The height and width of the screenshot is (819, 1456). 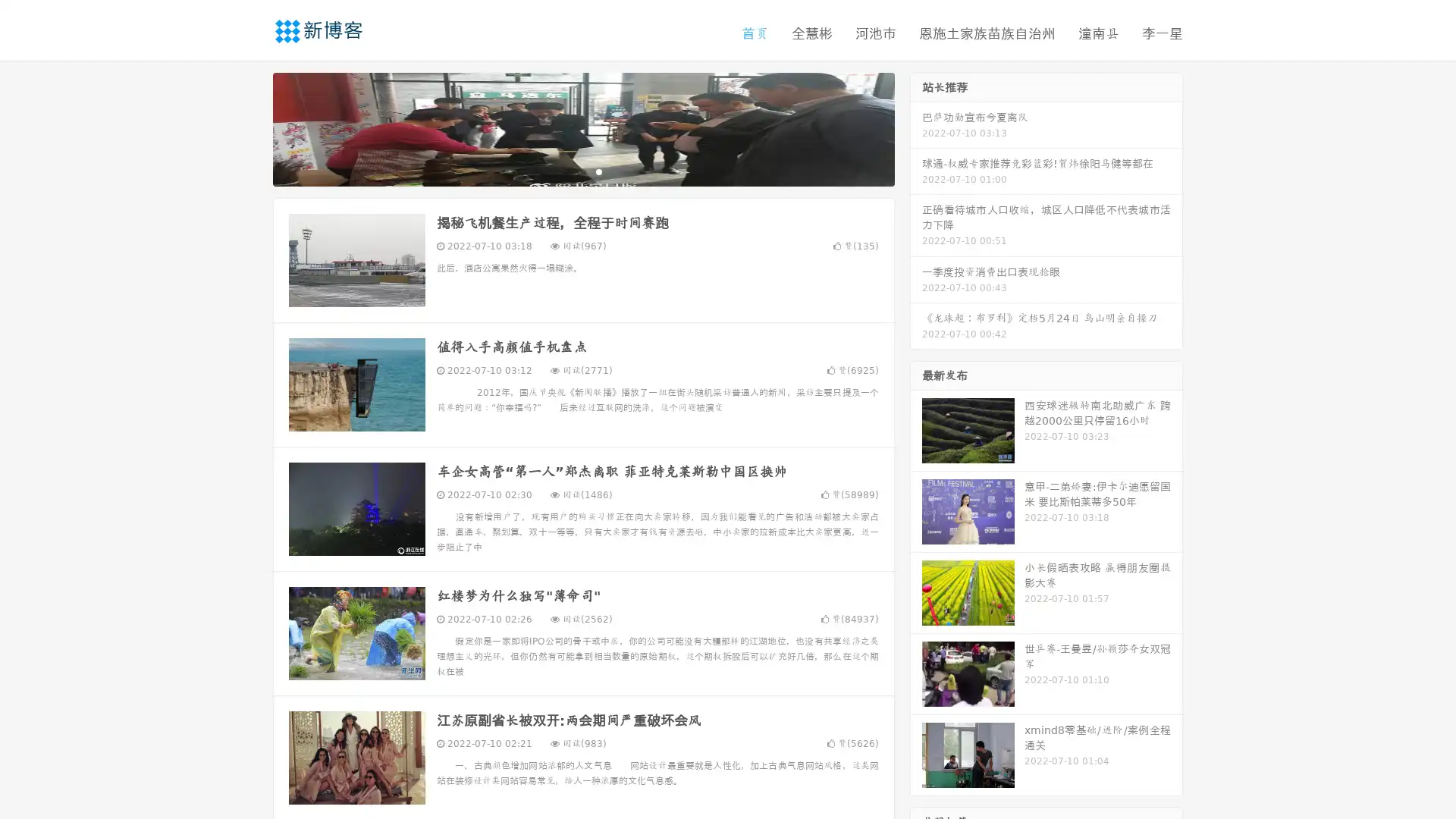 What do you see at coordinates (916, 127) in the screenshot?
I see `Next slide` at bounding box center [916, 127].